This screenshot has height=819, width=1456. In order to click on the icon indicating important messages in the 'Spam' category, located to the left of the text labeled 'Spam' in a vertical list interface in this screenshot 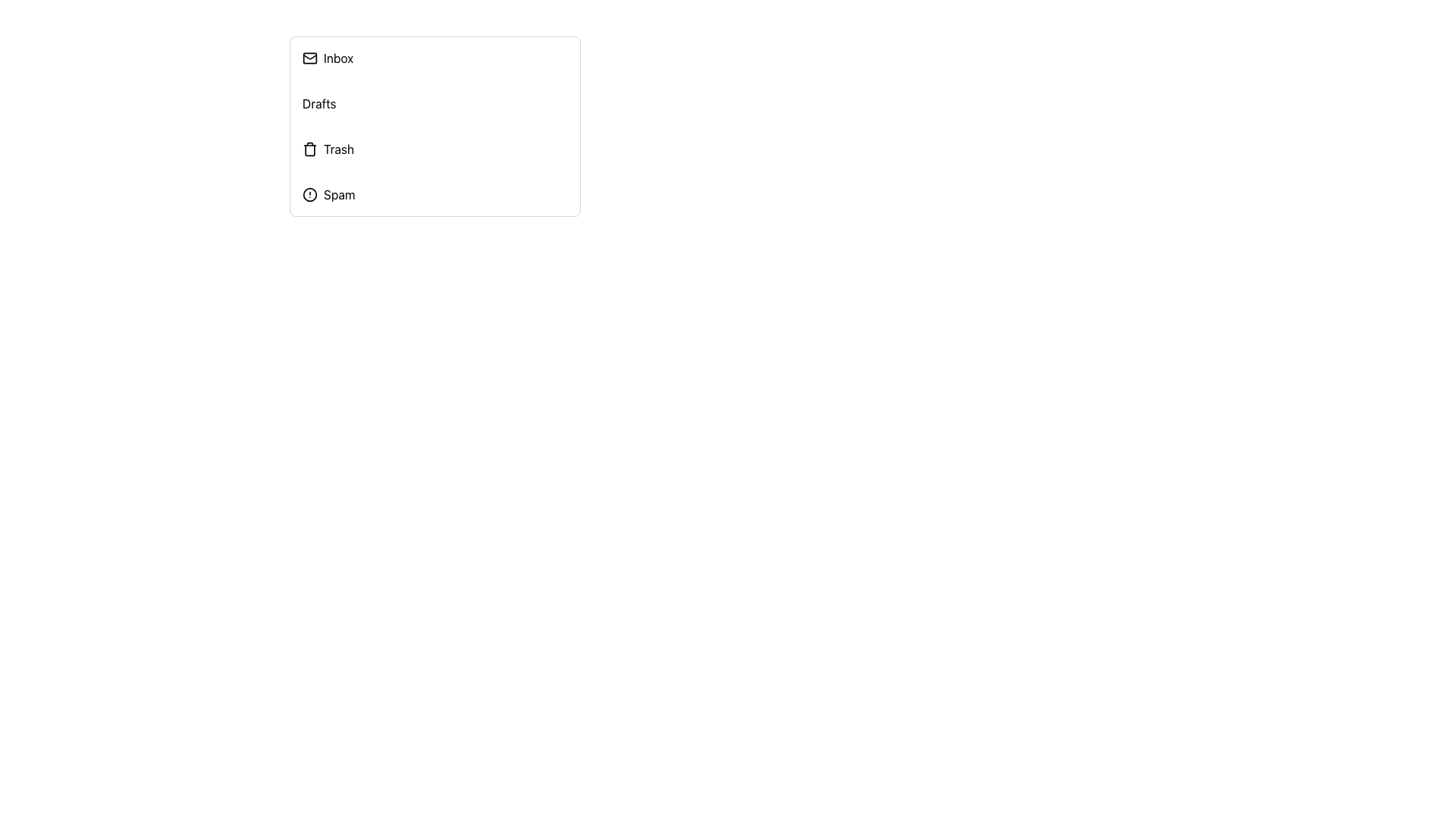, I will do `click(309, 194)`.